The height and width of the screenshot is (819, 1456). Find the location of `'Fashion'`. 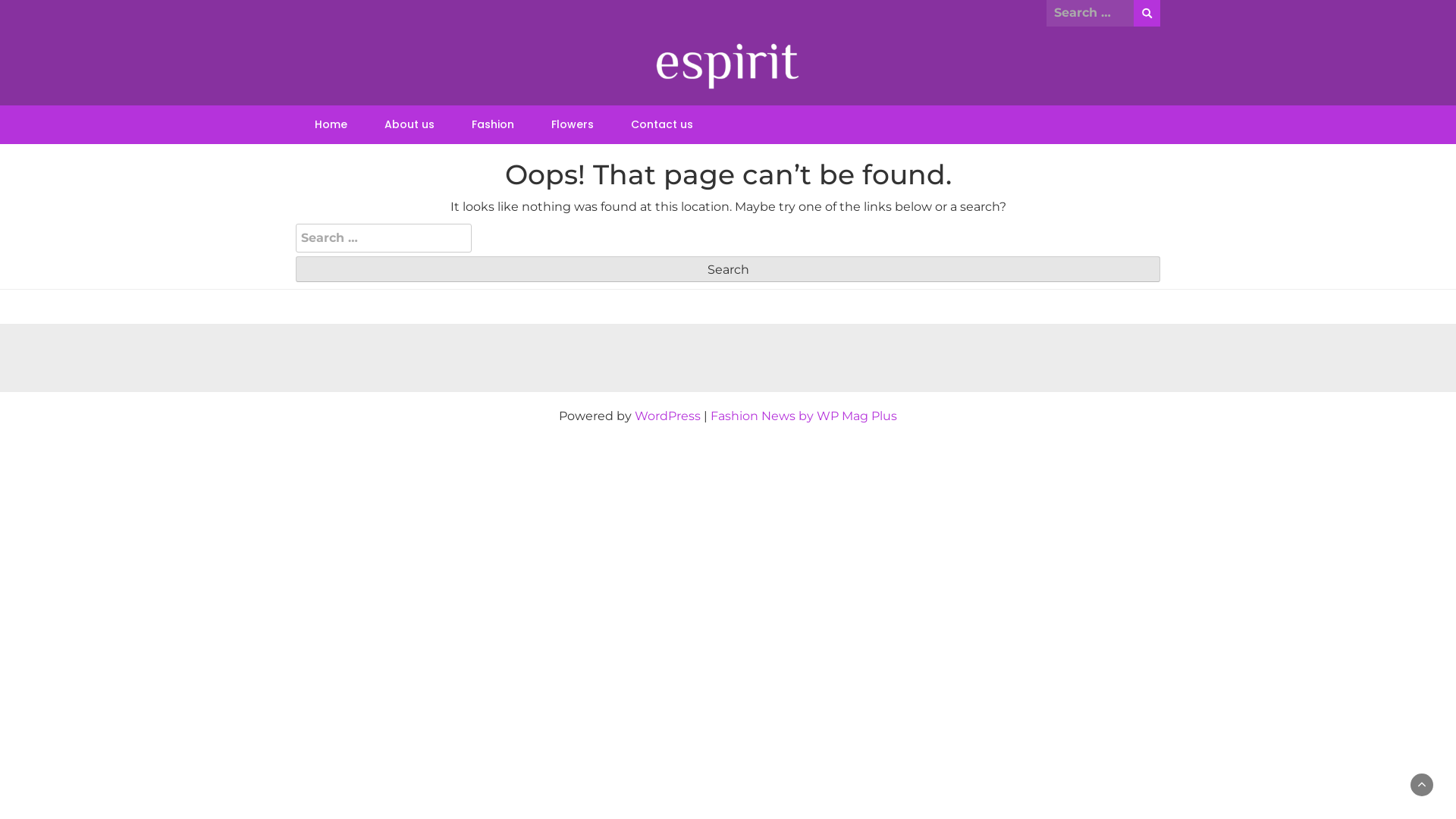

'Fashion' is located at coordinates (492, 124).